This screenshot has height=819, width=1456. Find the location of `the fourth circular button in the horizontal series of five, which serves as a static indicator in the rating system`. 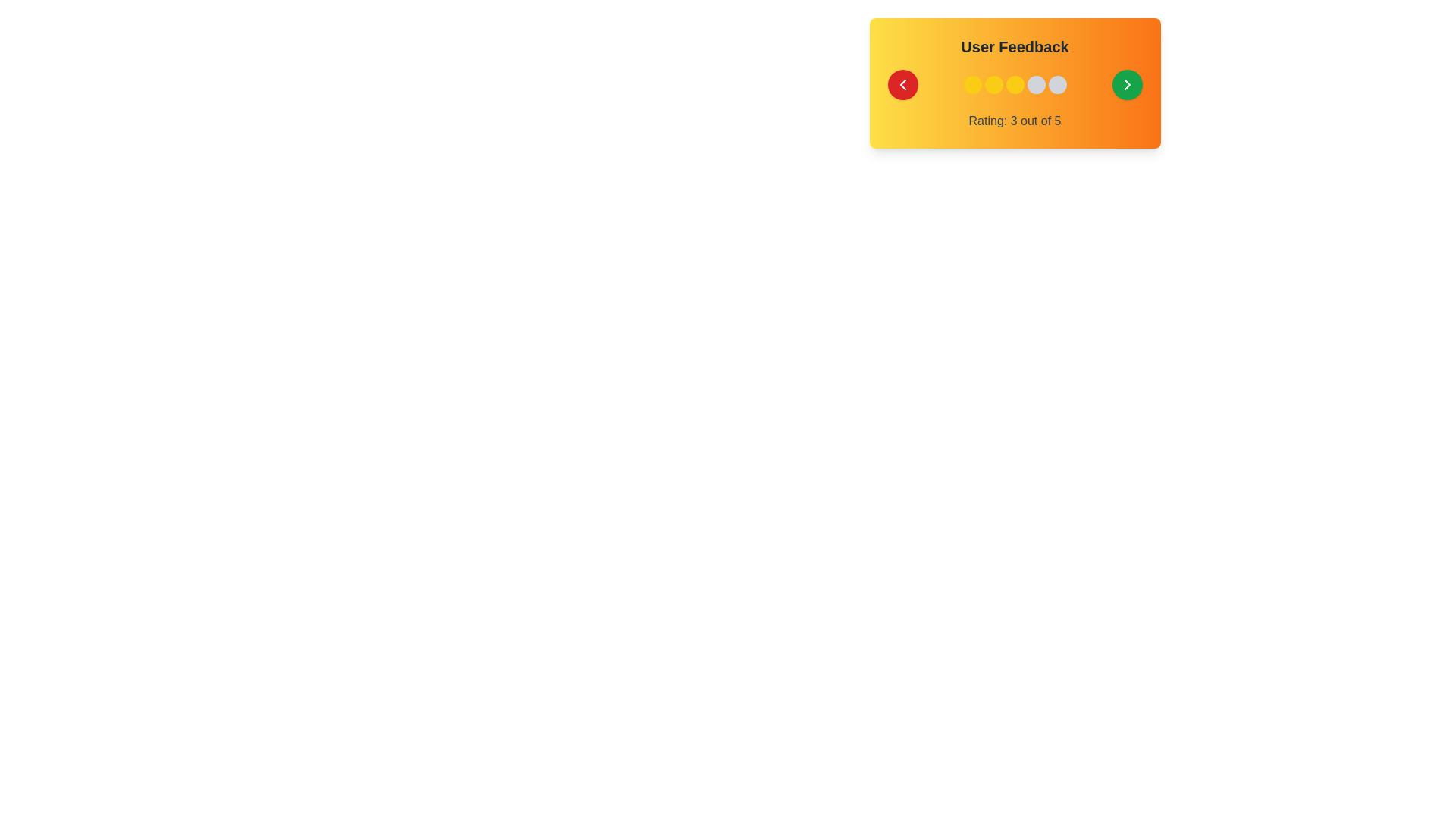

the fourth circular button in the horizontal series of five, which serves as a static indicator in the rating system is located at coordinates (1035, 84).